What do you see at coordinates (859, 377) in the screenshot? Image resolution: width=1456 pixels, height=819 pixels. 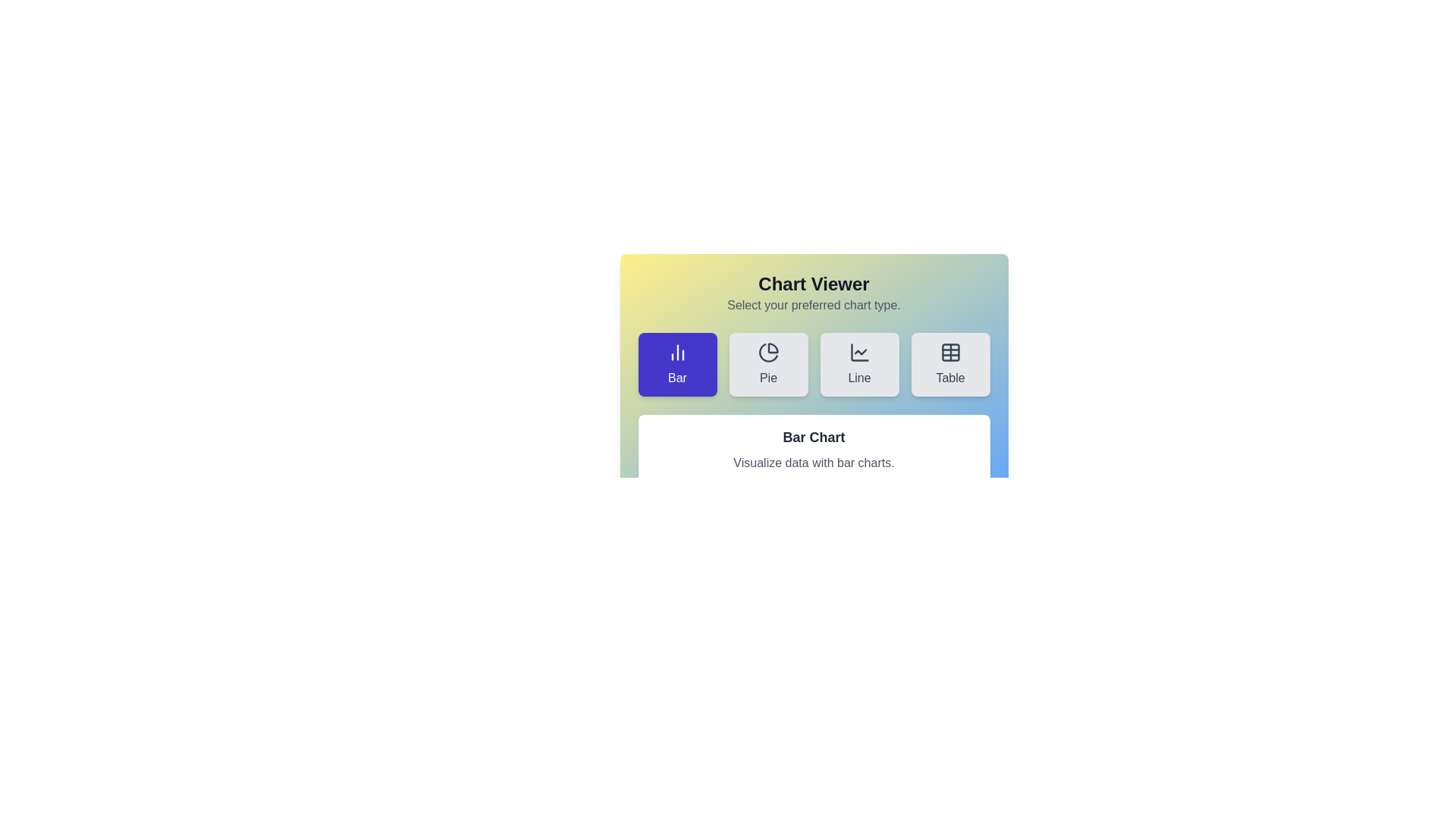 I see `the text content of the label displaying 'Line', located below the line chart icon in the chart type selection group` at bounding box center [859, 377].